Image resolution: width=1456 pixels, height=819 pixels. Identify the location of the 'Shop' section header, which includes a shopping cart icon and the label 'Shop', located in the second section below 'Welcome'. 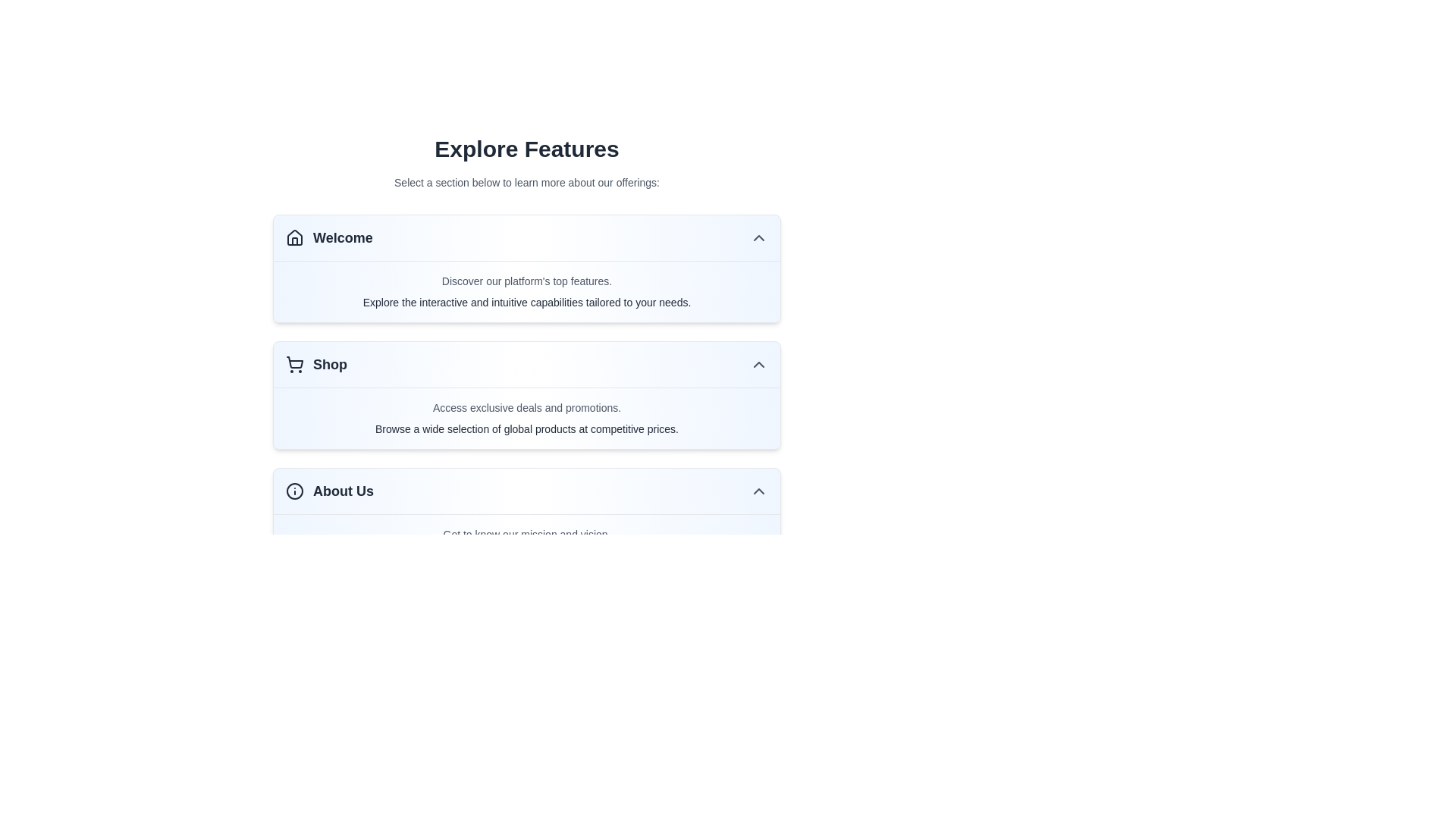
(315, 365).